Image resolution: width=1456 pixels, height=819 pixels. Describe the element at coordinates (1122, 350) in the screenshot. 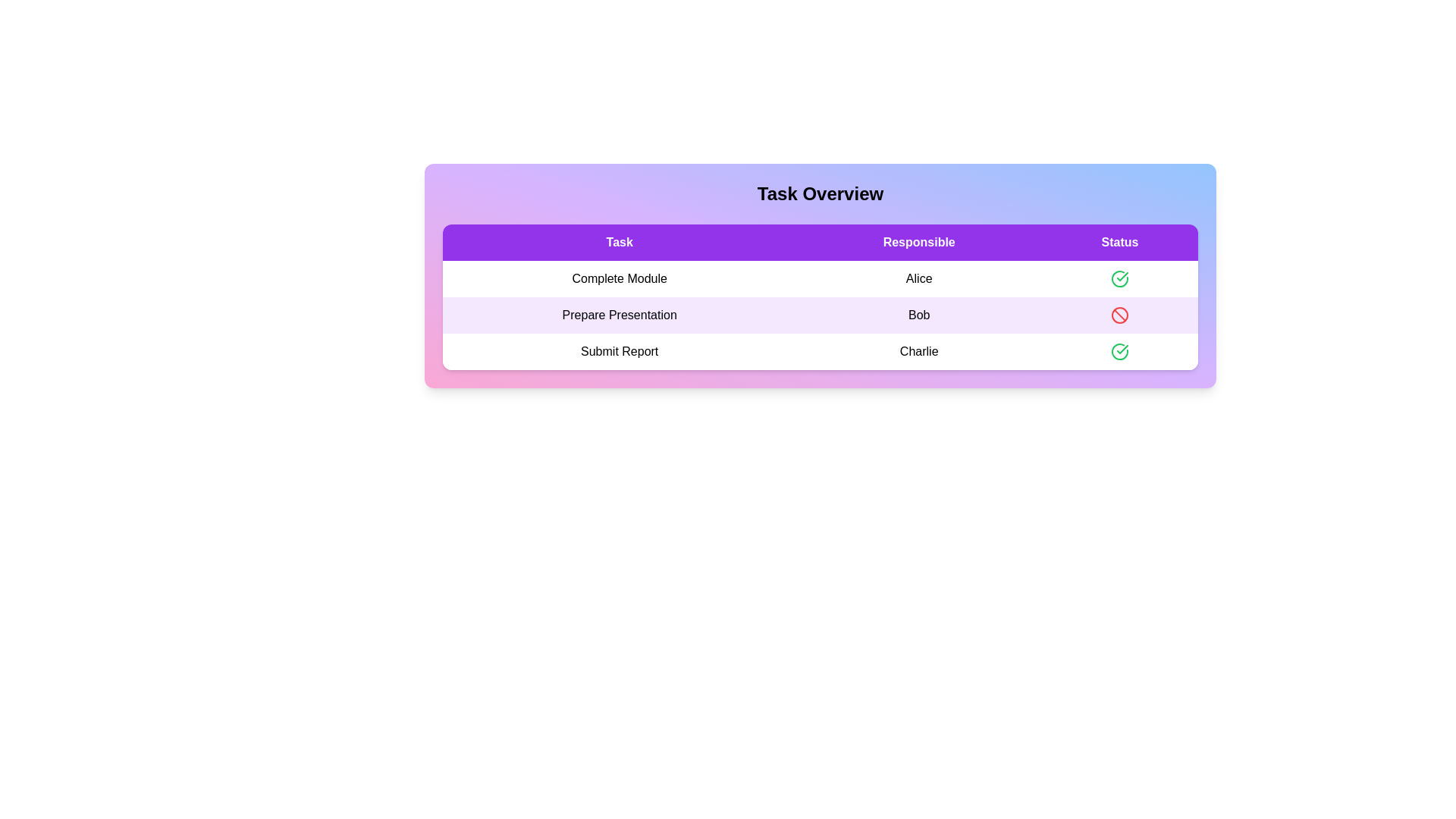

I see `the SVG icon representing a checkmark in the 'Status' column for the task assigned to 'Alice'` at that location.